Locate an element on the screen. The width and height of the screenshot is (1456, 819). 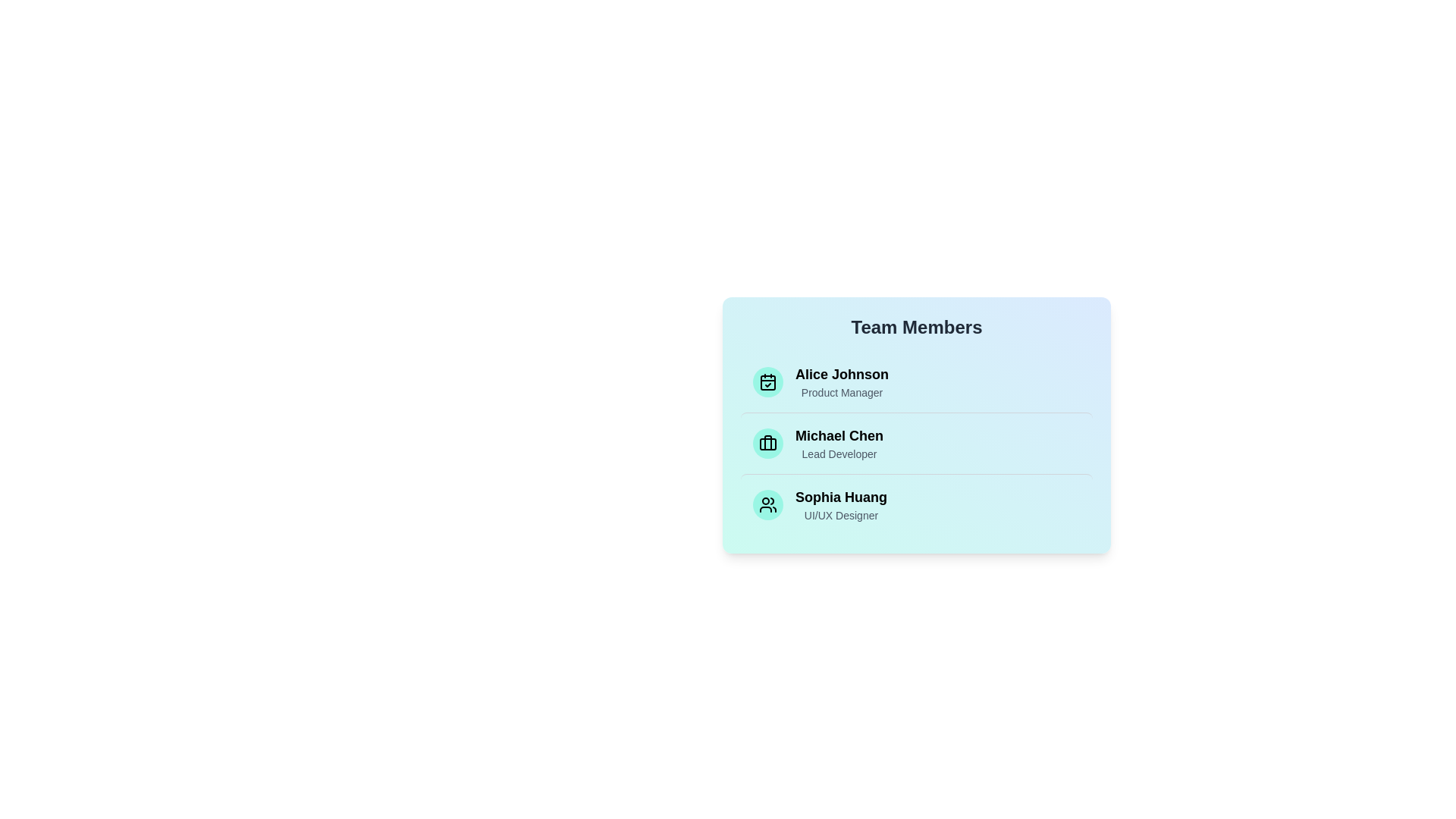
the team member Alice Johnson to view their details is located at coordinates (916, 381).